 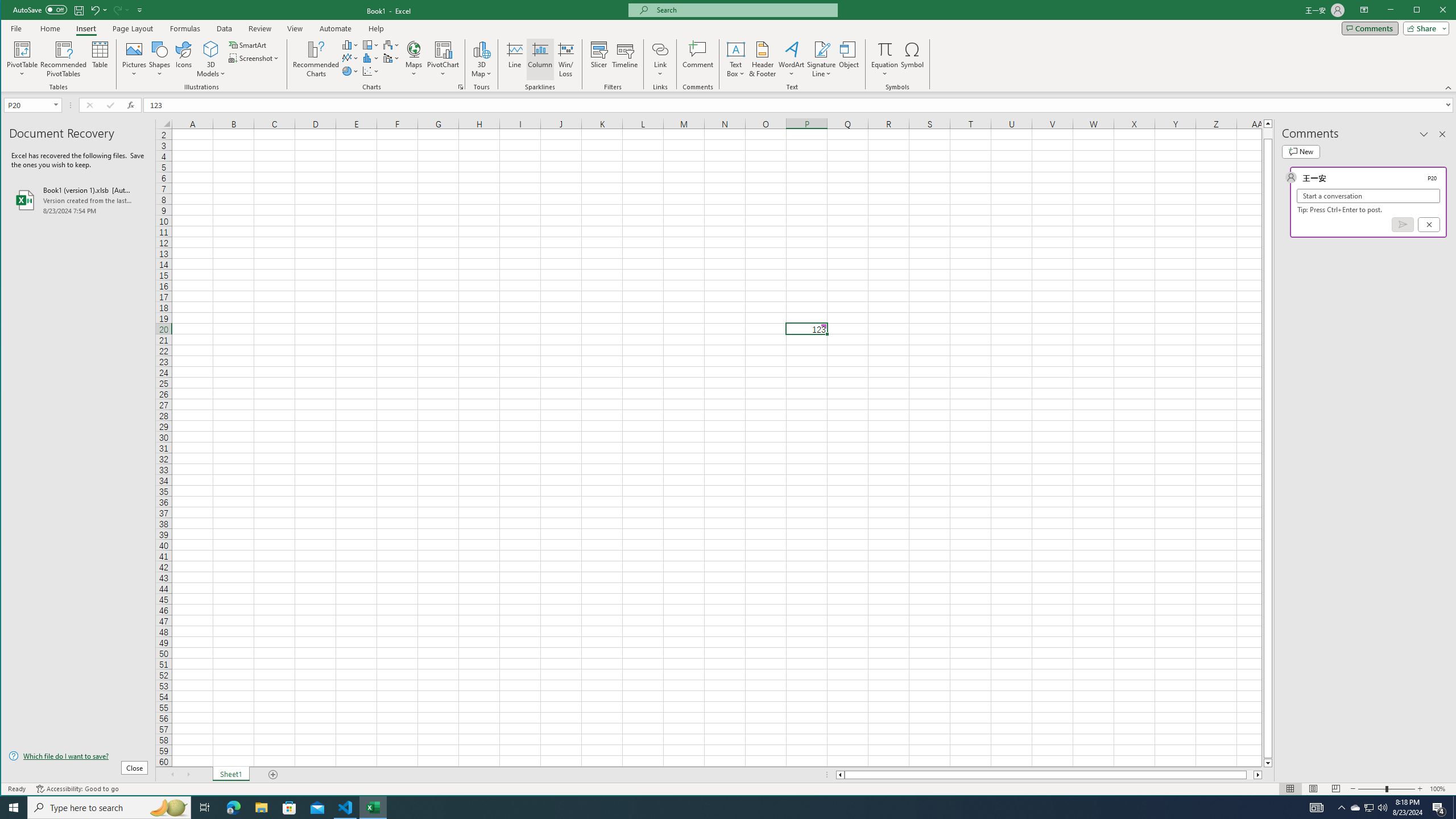 I want to click on 'Win/Loss', so click(x=565, y=59).